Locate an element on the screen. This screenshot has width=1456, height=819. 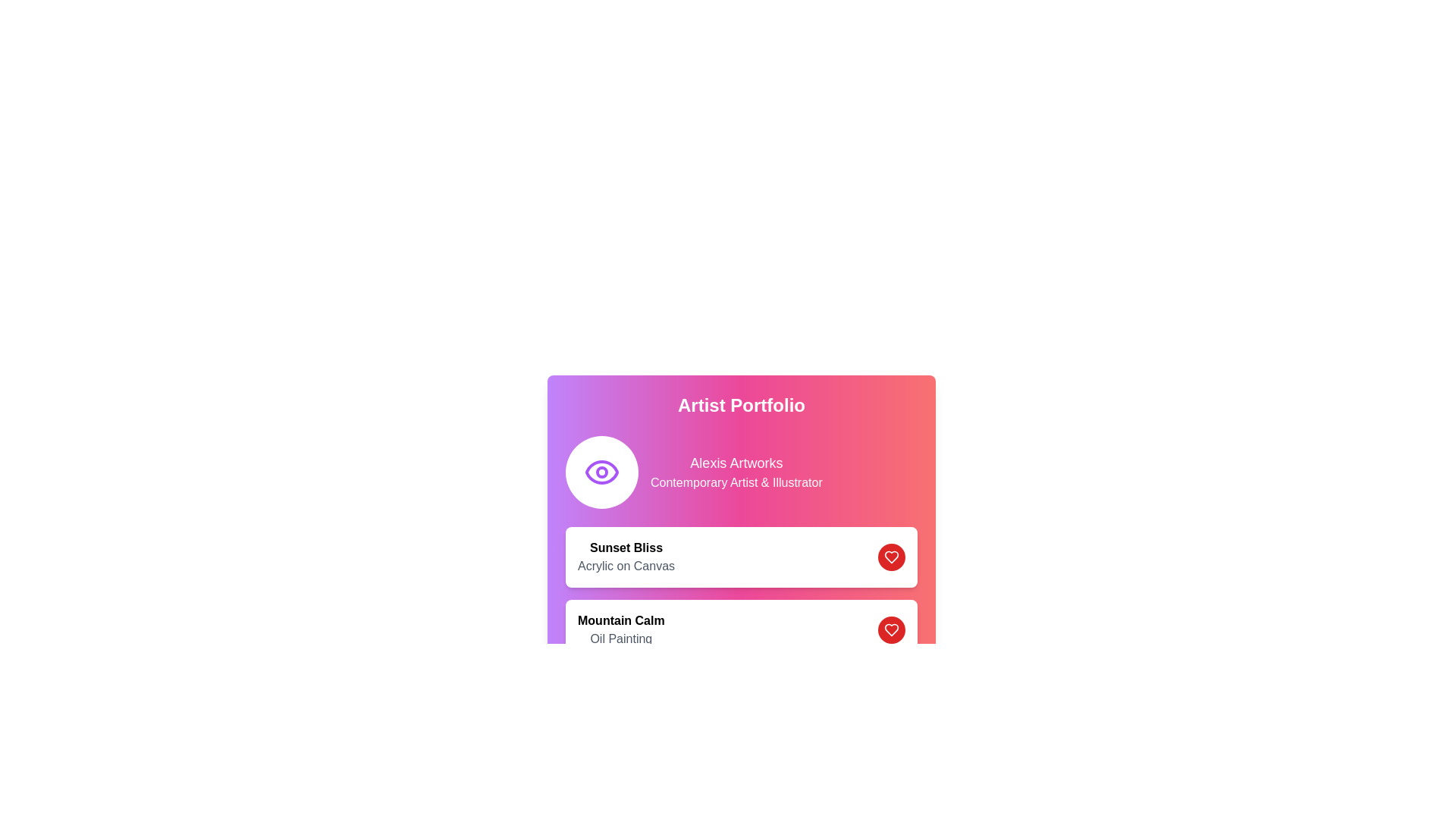
the decorative circle element of the eye icon, which represents the iris or visual focus point within the Artist Portfolio section is located at coordinates (601, 472).